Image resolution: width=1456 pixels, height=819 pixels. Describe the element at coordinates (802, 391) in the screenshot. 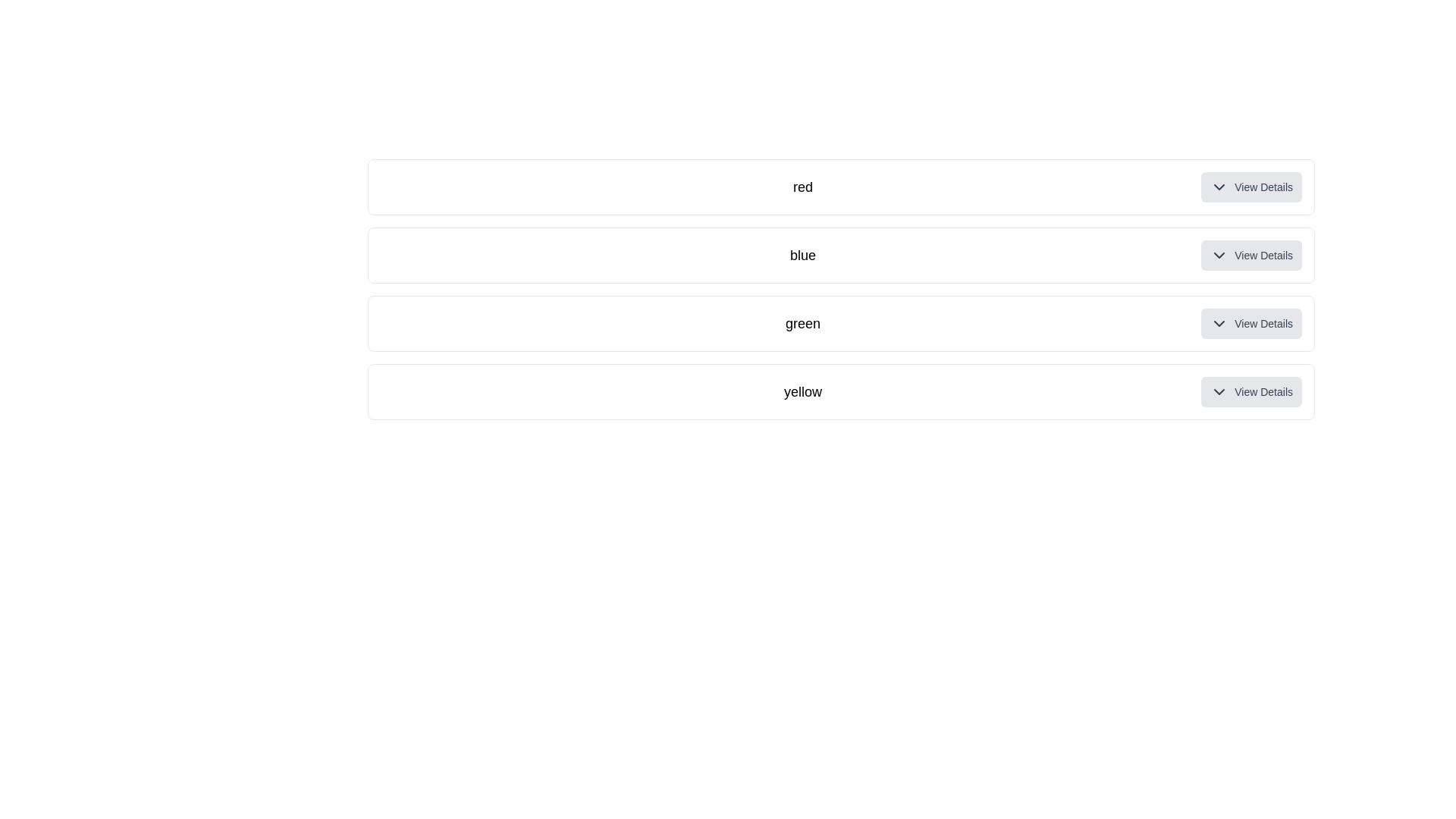

I see `the text element that serves as a label or descriptor, located between a circular yellow icon and a 'View Details' button` at that location.